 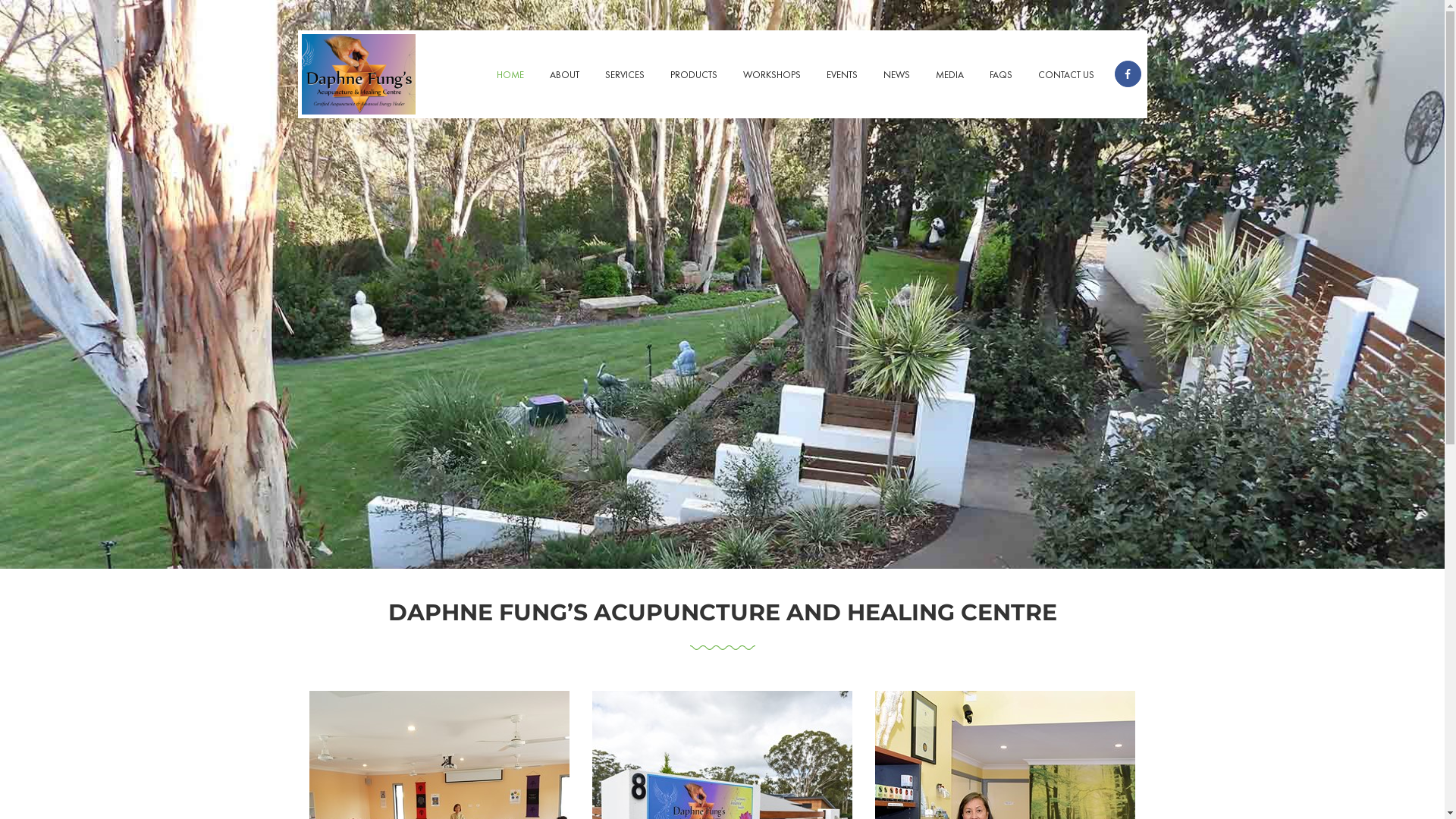 What do you see at coordinates (623, 76) in the screenshot?
I see `'SERVICES'` at bounding box center [623, 76].